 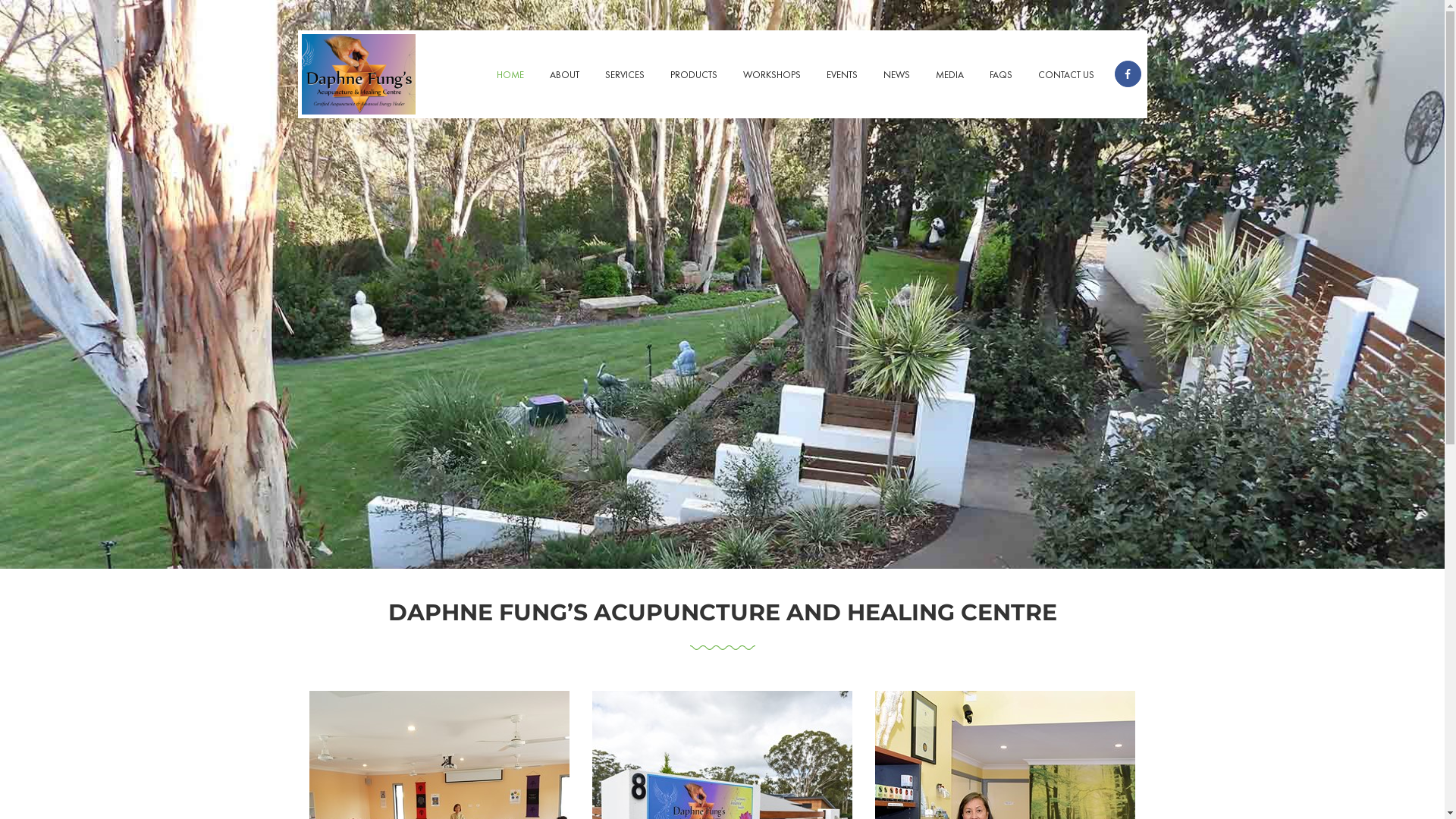 What do you see at coordinates (623, 76) in the screenshot?
I see `'SERVICES'` at bounding box center [623, 76].